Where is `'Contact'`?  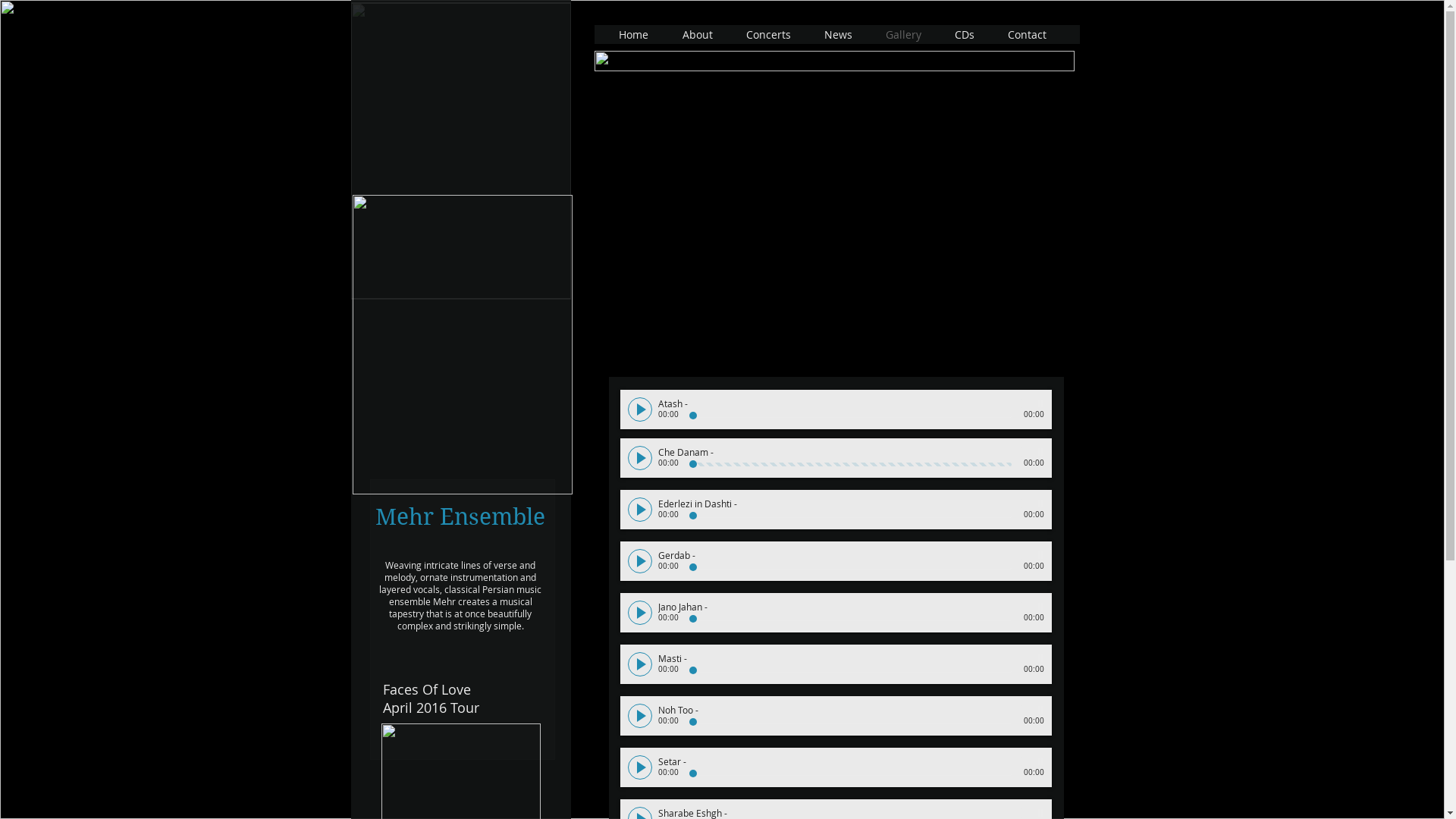 'Contact' is located at coordinates (1028, 34).